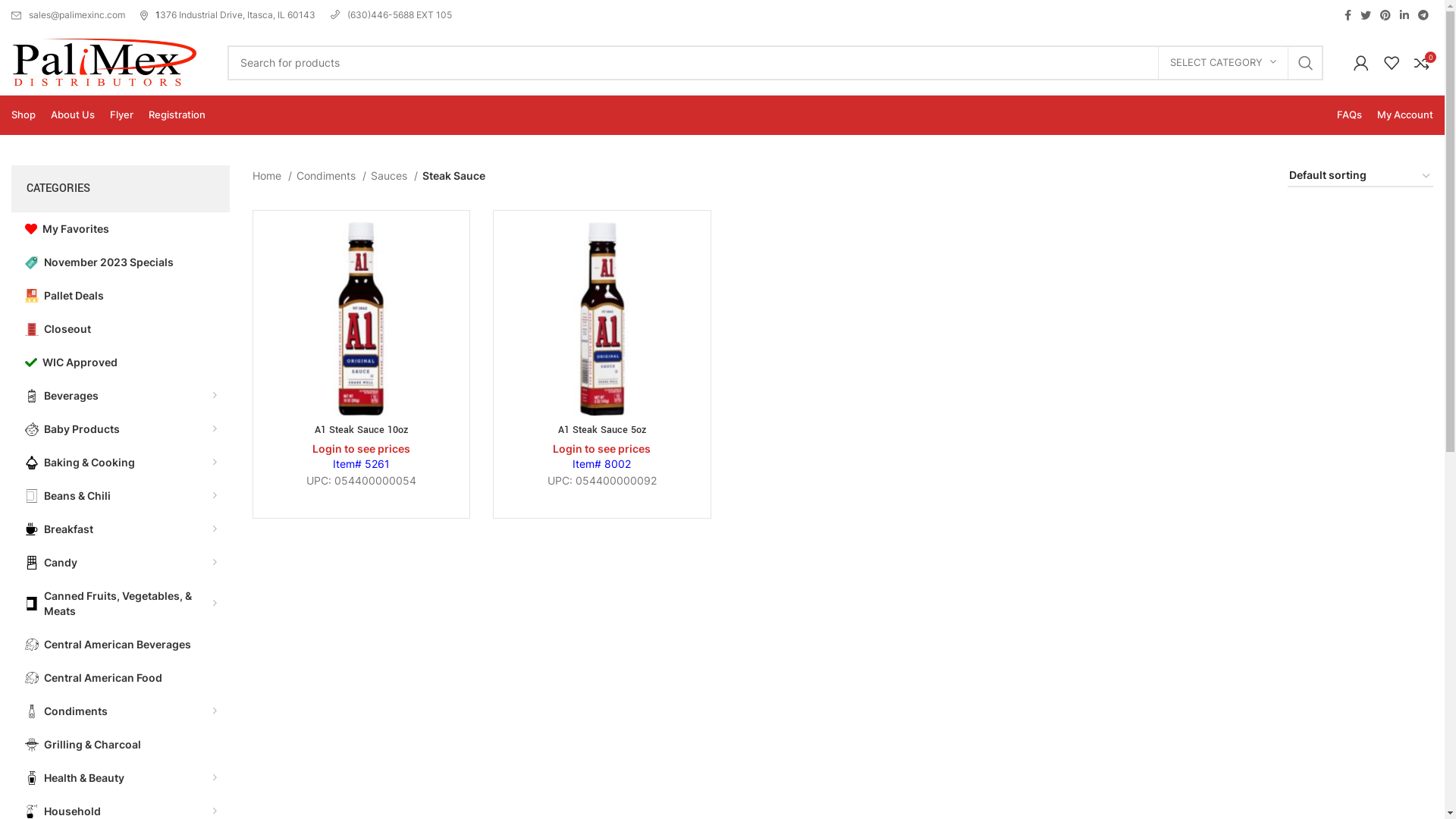 This screenshot has width=1456, height=819. I want to click on 'Closeout', so click(119, 328).